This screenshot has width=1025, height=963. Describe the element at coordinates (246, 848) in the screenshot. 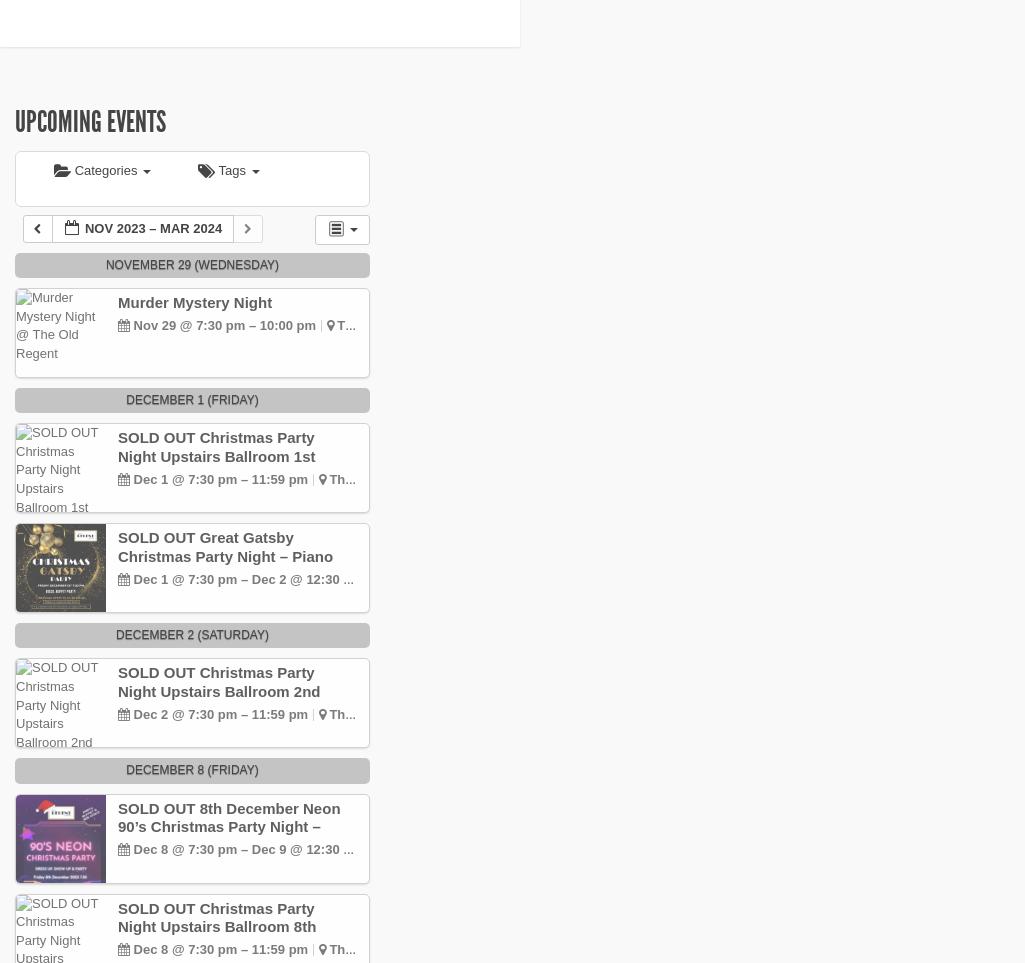

I see `'Dec 8 @ 7:30 pm – Dec 9 @ 12:30 am'` at that location.